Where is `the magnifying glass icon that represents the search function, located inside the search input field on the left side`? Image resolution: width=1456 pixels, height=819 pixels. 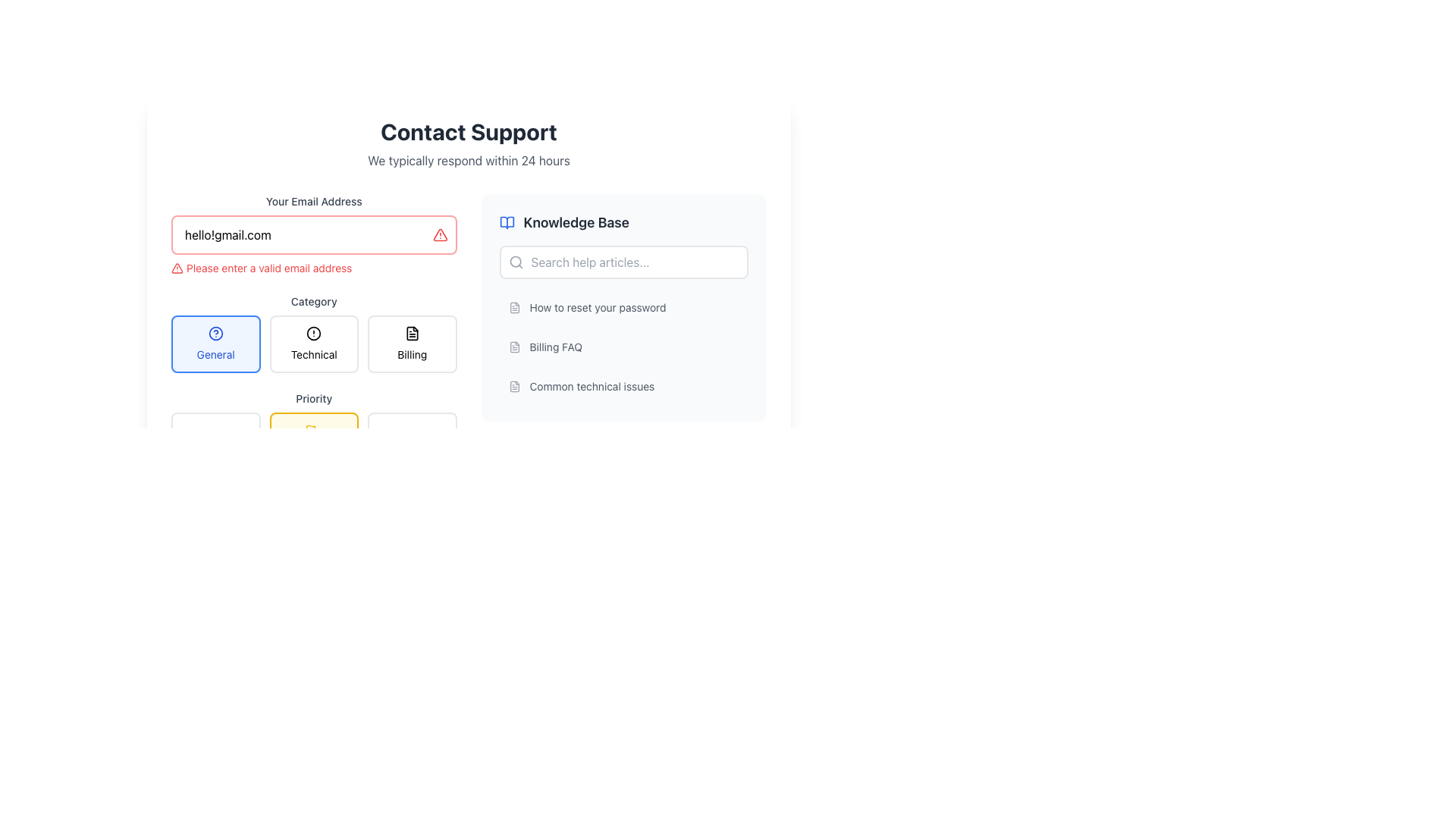 the magnifying glass icon that represents the search function, located inside the search input field on the left side is located at coordinates (516, 262).